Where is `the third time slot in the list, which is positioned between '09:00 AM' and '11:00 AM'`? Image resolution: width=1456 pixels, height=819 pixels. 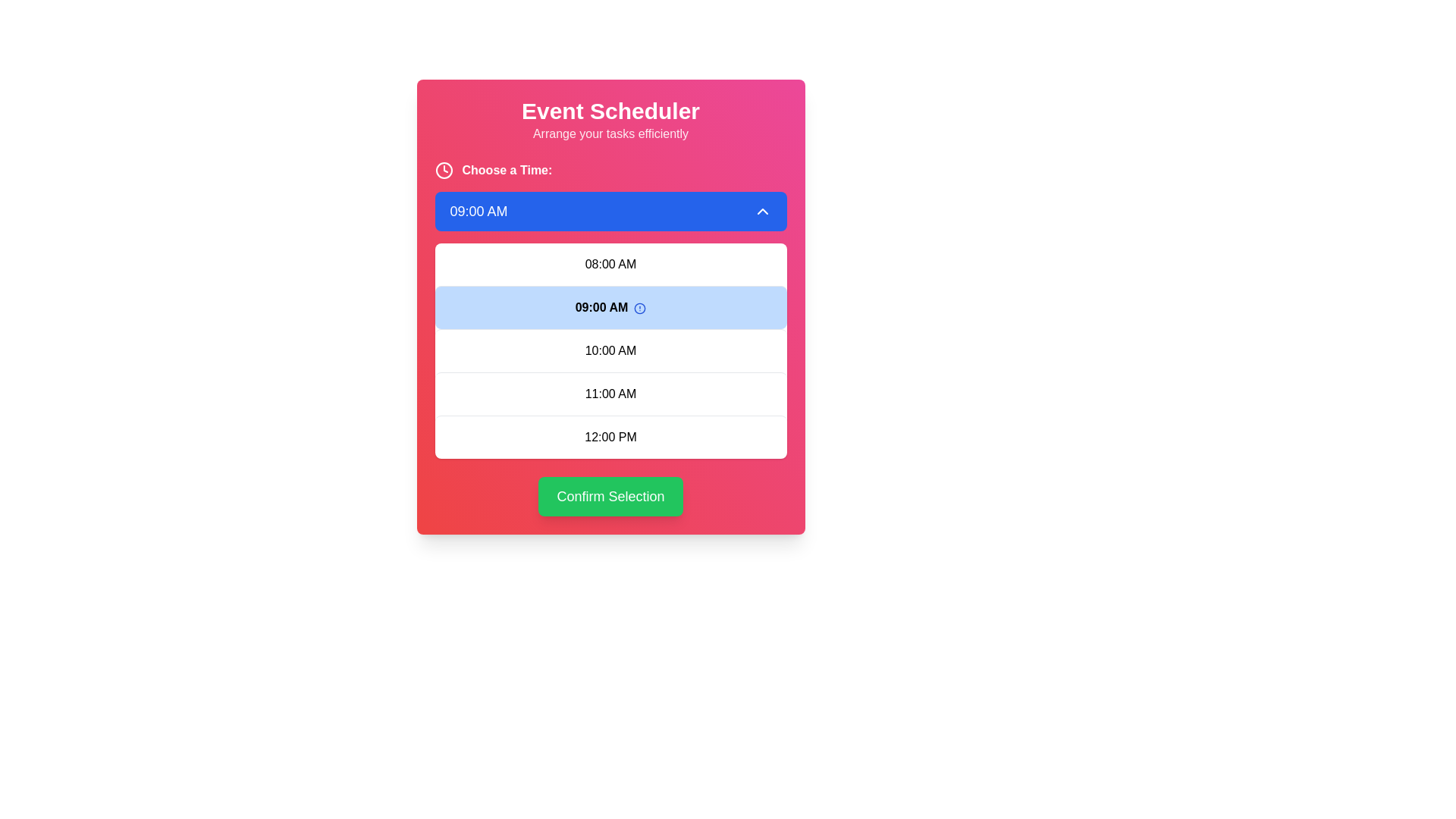 the third time slot in the list, which is positioned between '09:00 AM' and '11:00 AM' is located at coordinates (610, 350).